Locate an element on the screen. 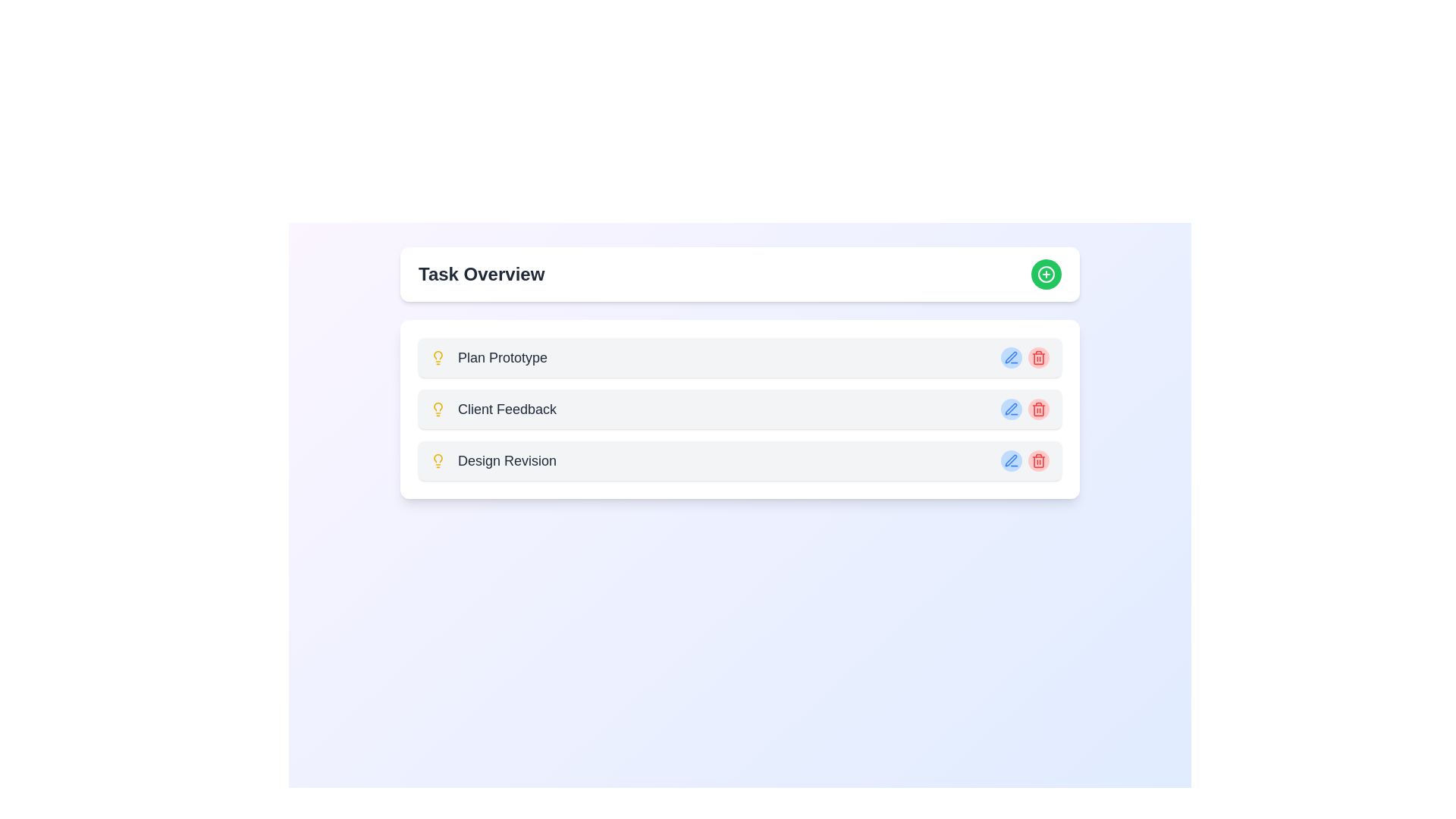 This screenshot has height=819, width=1456. the 'delete' button located in the lower right corner of the 'Design Revision' card is located at coordinates (1037, 460).